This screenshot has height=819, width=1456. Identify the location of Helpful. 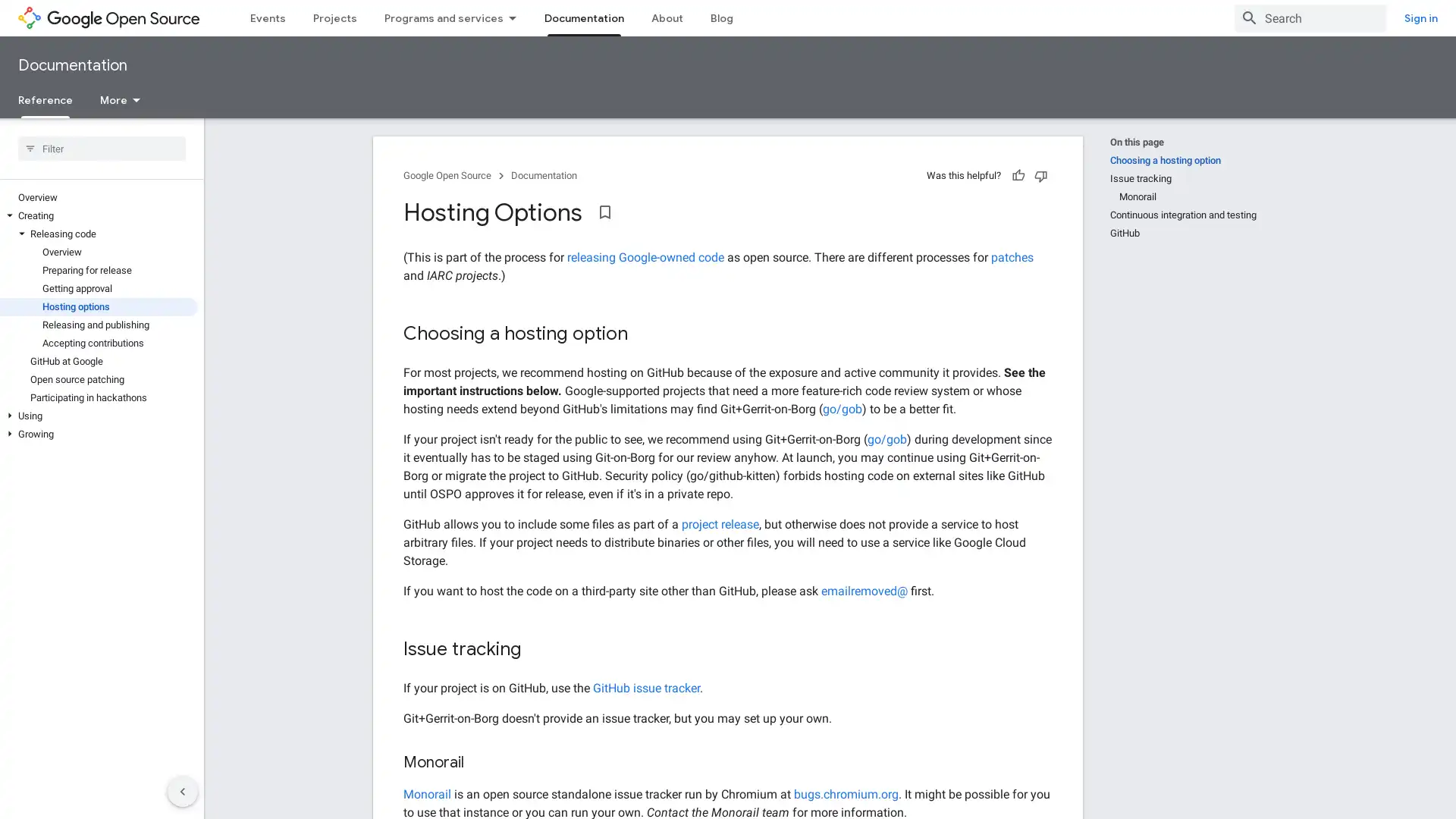
(1018, 174).